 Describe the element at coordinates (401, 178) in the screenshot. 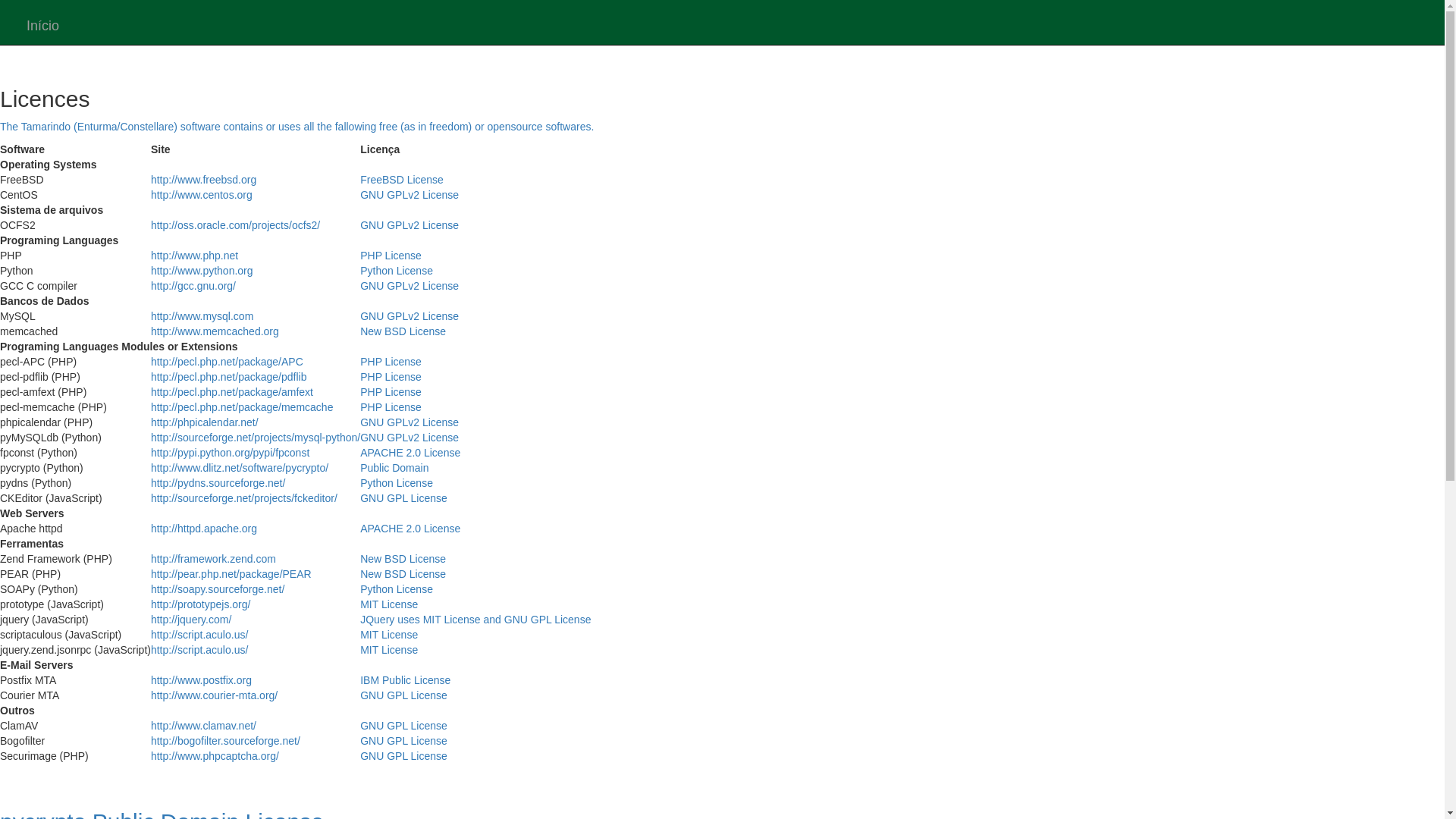

I see `'FreeBSD License'` at that location.